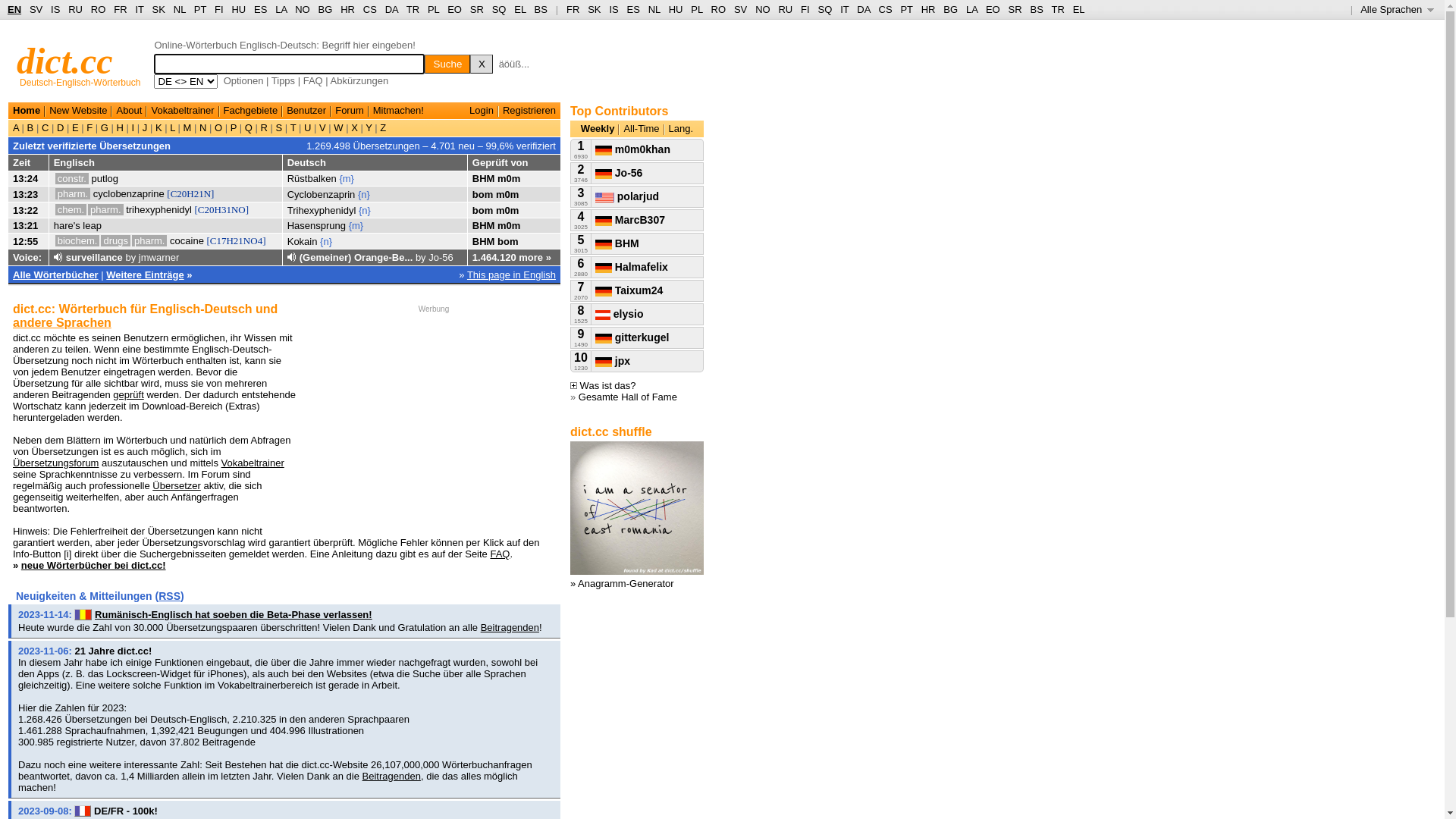 The width and height of the screenshot is (1456, 819). I want to click on 'surveillance', so click(64, 256).